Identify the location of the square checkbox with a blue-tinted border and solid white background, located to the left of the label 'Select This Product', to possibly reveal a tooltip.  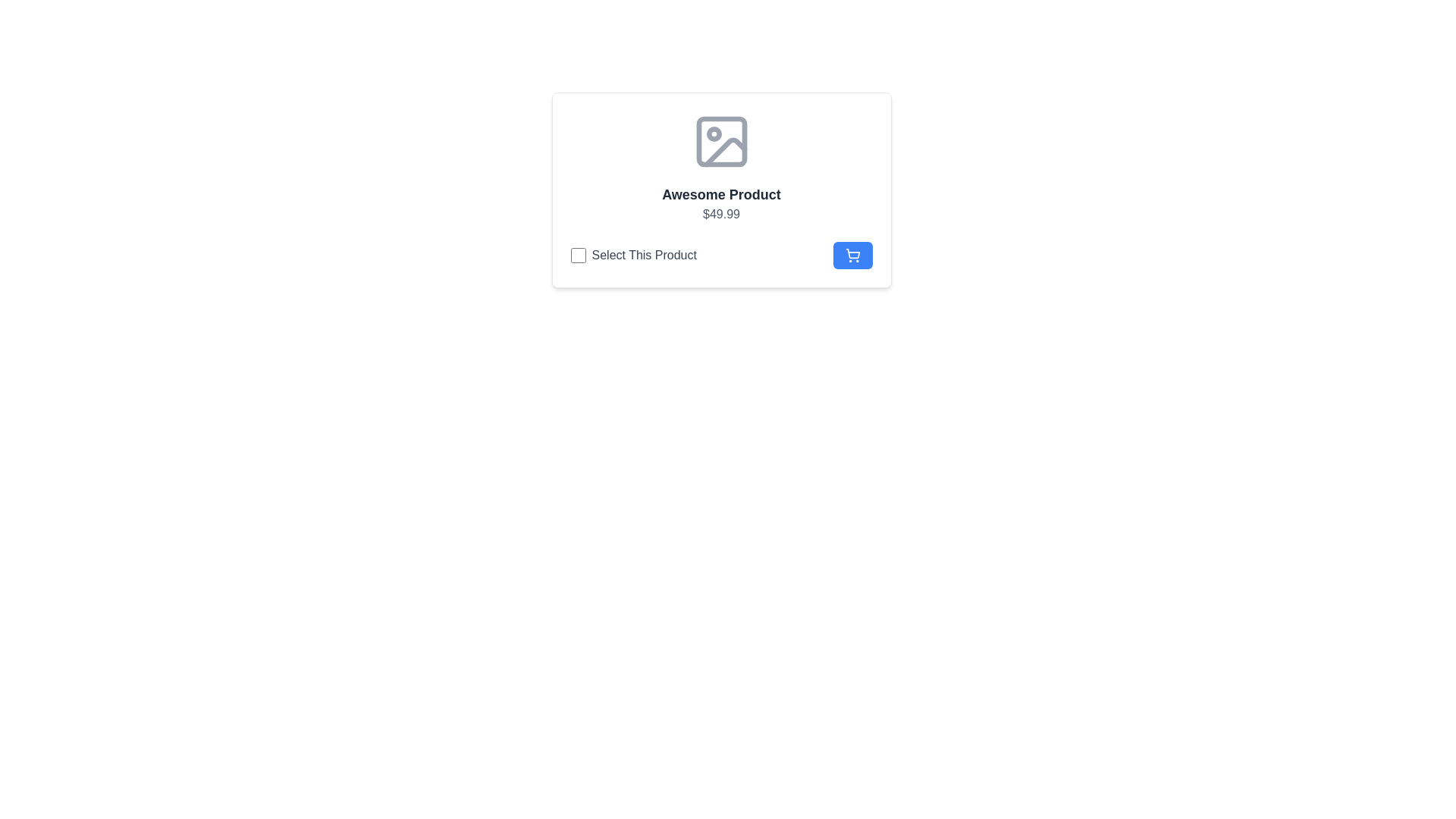
(577, 254).